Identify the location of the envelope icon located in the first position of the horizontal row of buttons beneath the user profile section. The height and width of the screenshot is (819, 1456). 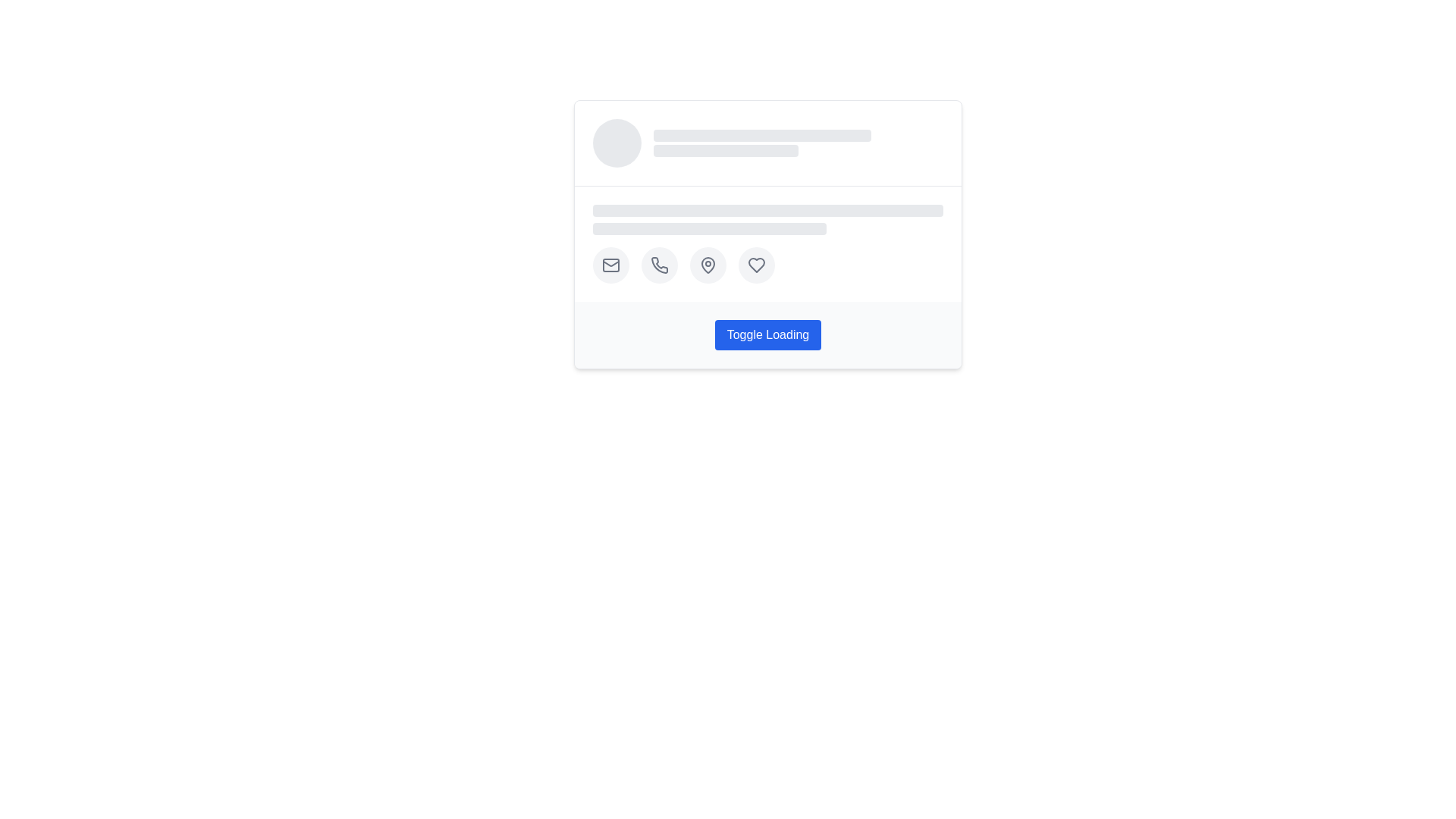
(611, 265).